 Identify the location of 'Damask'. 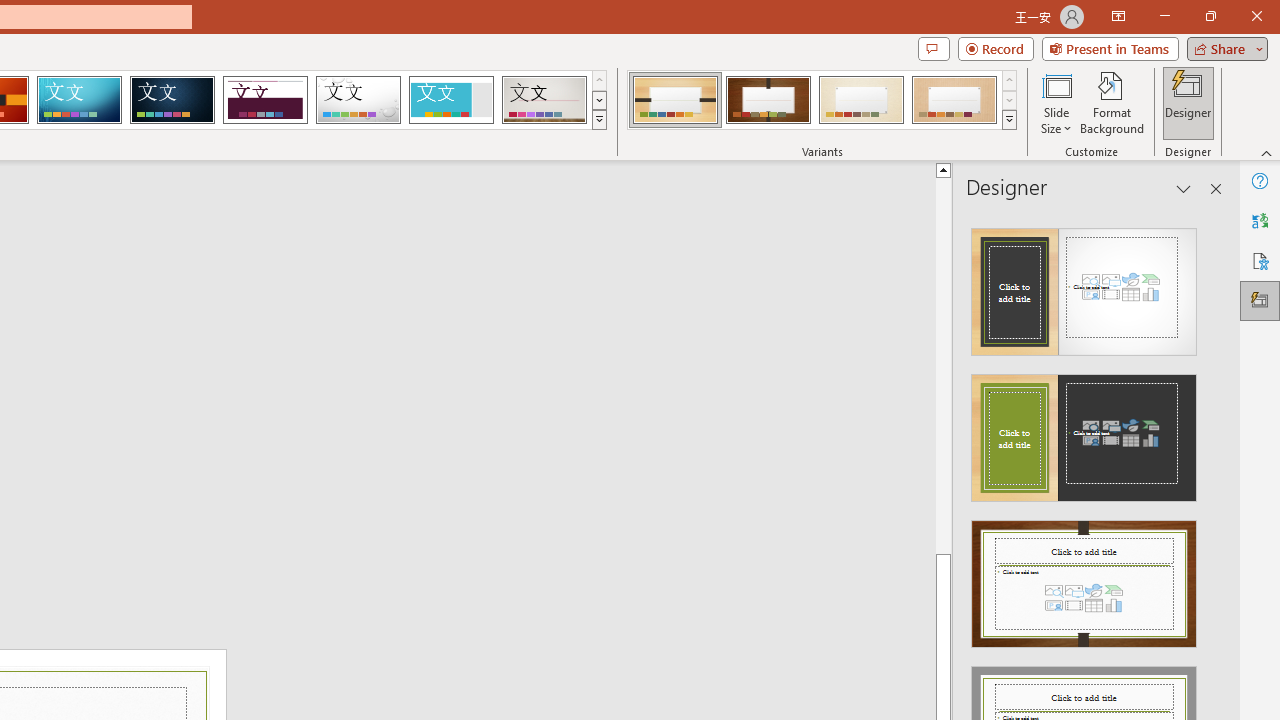
(172, 100).